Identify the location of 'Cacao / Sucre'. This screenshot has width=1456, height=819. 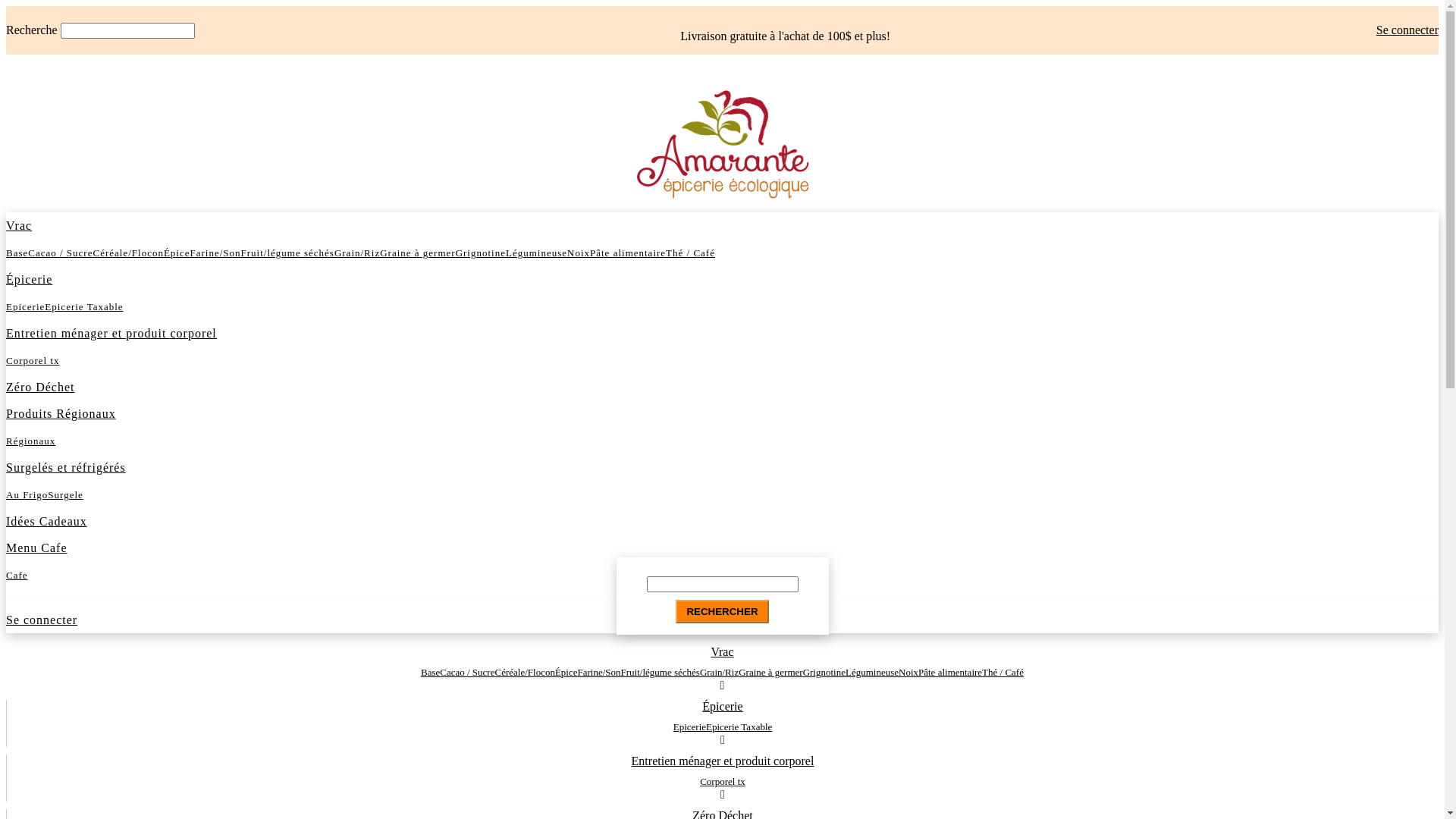
(60, 252).